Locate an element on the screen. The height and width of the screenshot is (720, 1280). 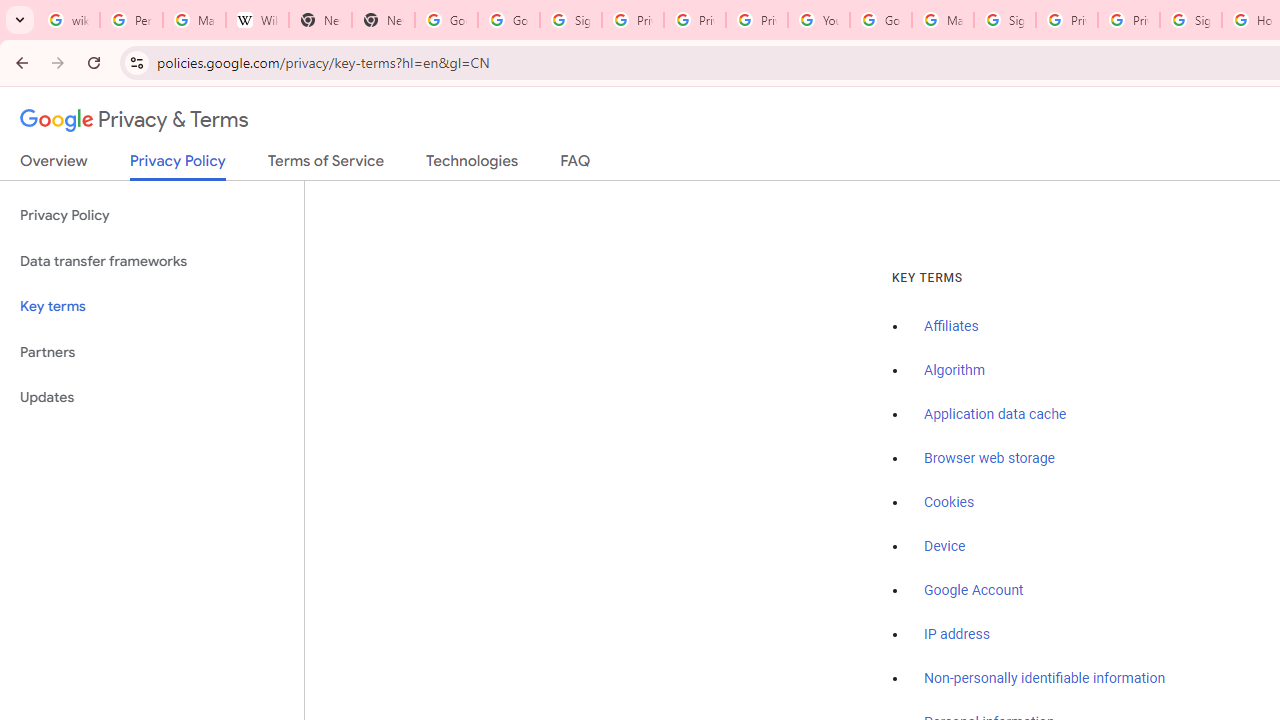
'Browser web storage' is located at coordinates (989, 458).